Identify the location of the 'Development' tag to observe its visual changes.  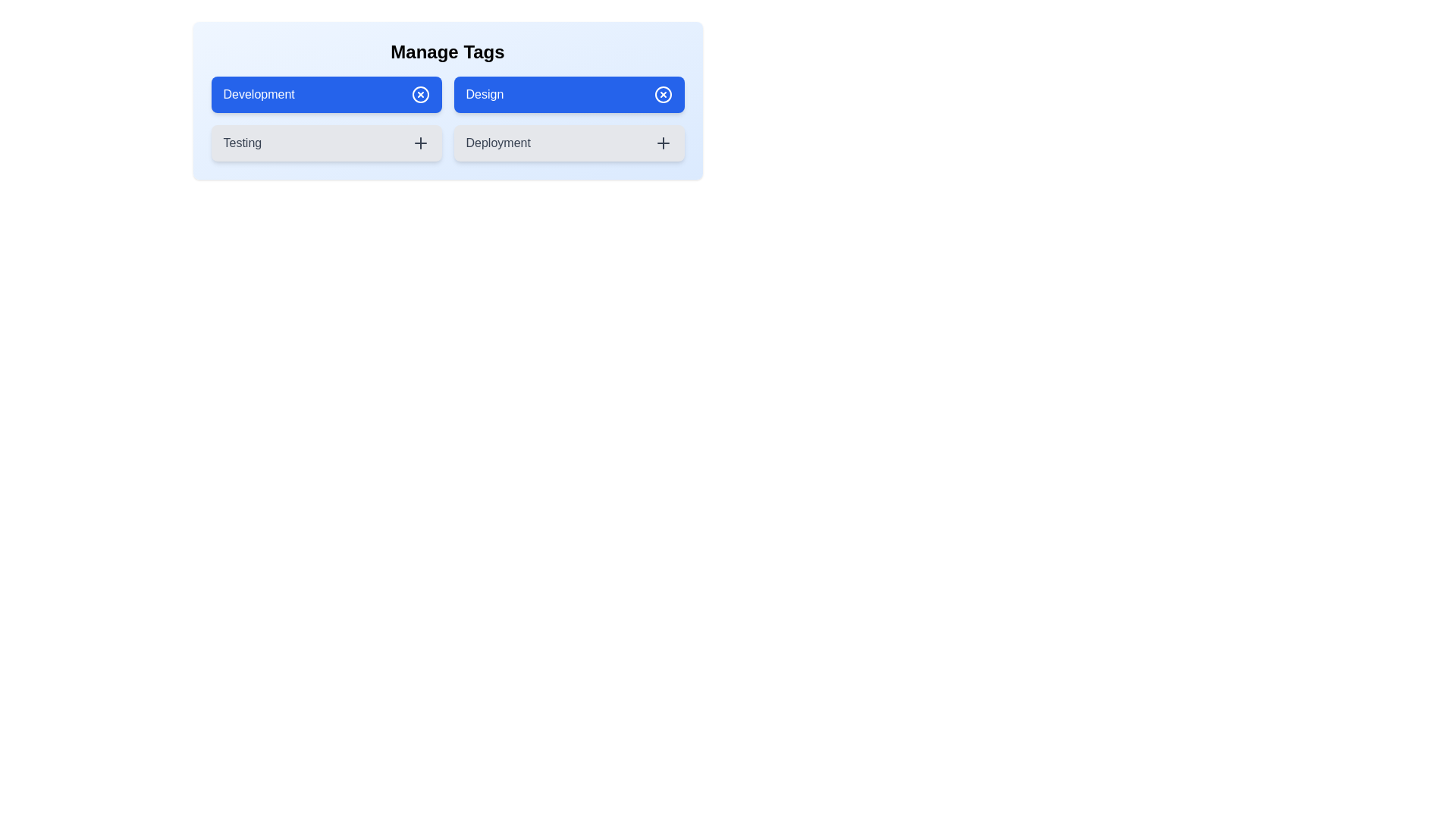
(325, 94).